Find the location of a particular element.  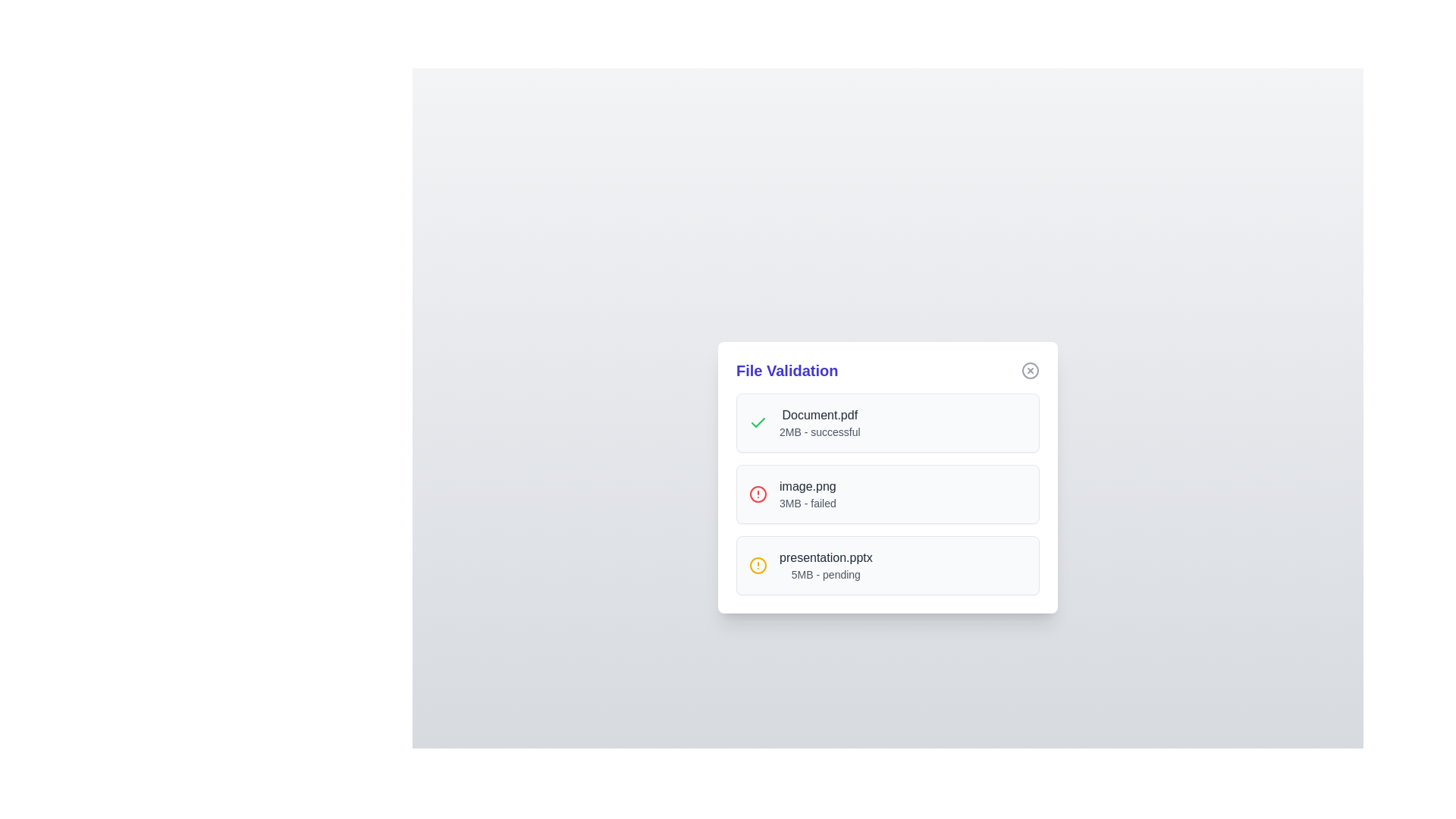

the status icon of the file Document.pdf to inspect its status is located at coordinates (758, 423).